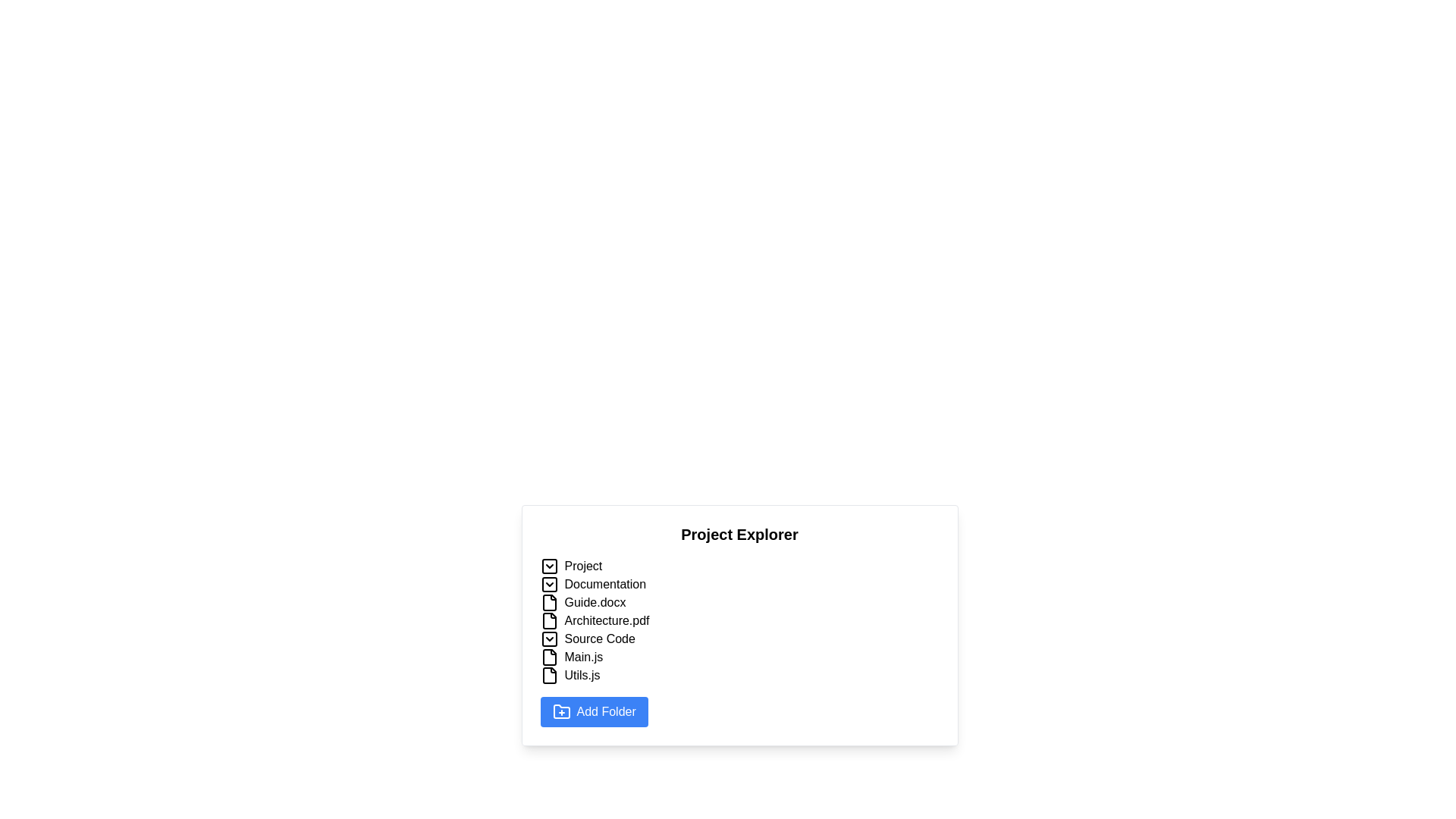 The width and height of the screenshot is (1456, 819). I want to click on the toggle icon button to the left of the 'Project' label in the 'Project Explorer' section, so click(548, 566).